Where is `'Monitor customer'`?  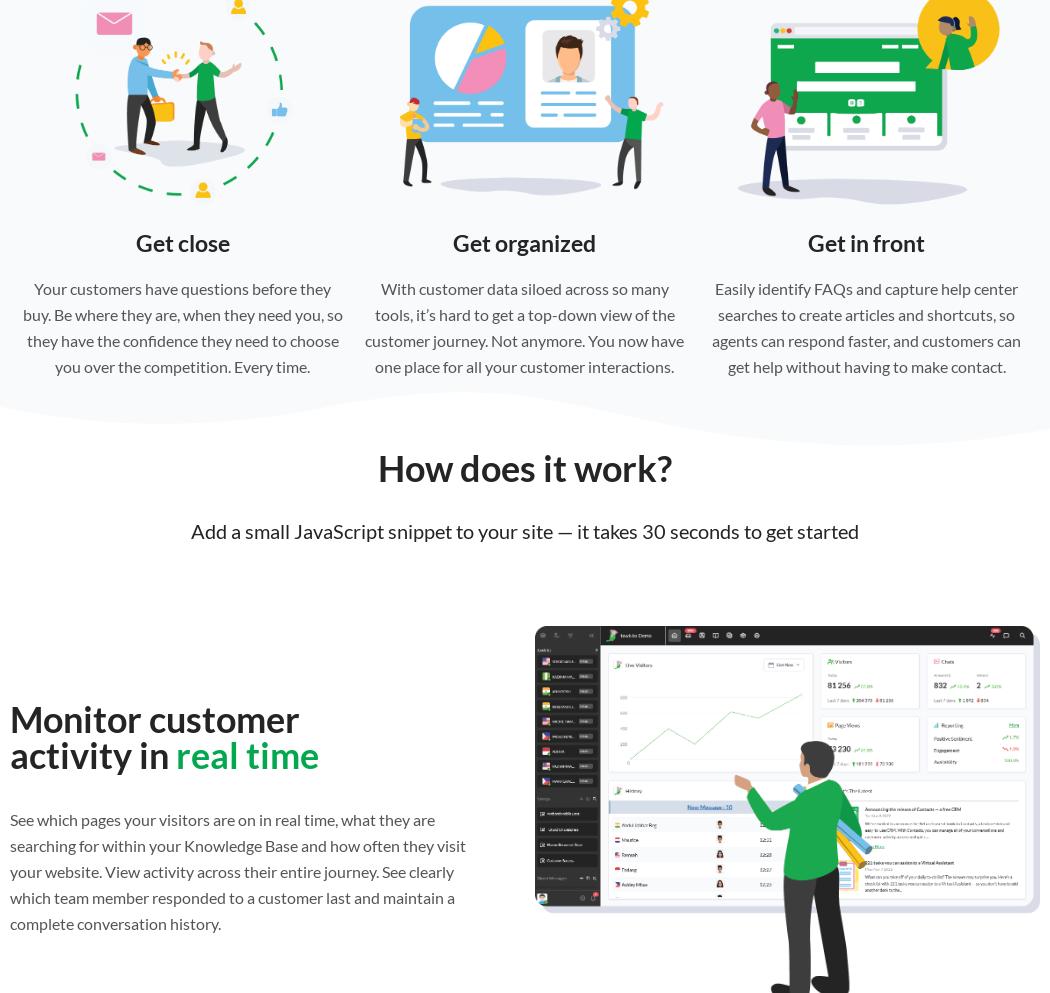
'Monitor customer' is located at coordinates (9, 717).